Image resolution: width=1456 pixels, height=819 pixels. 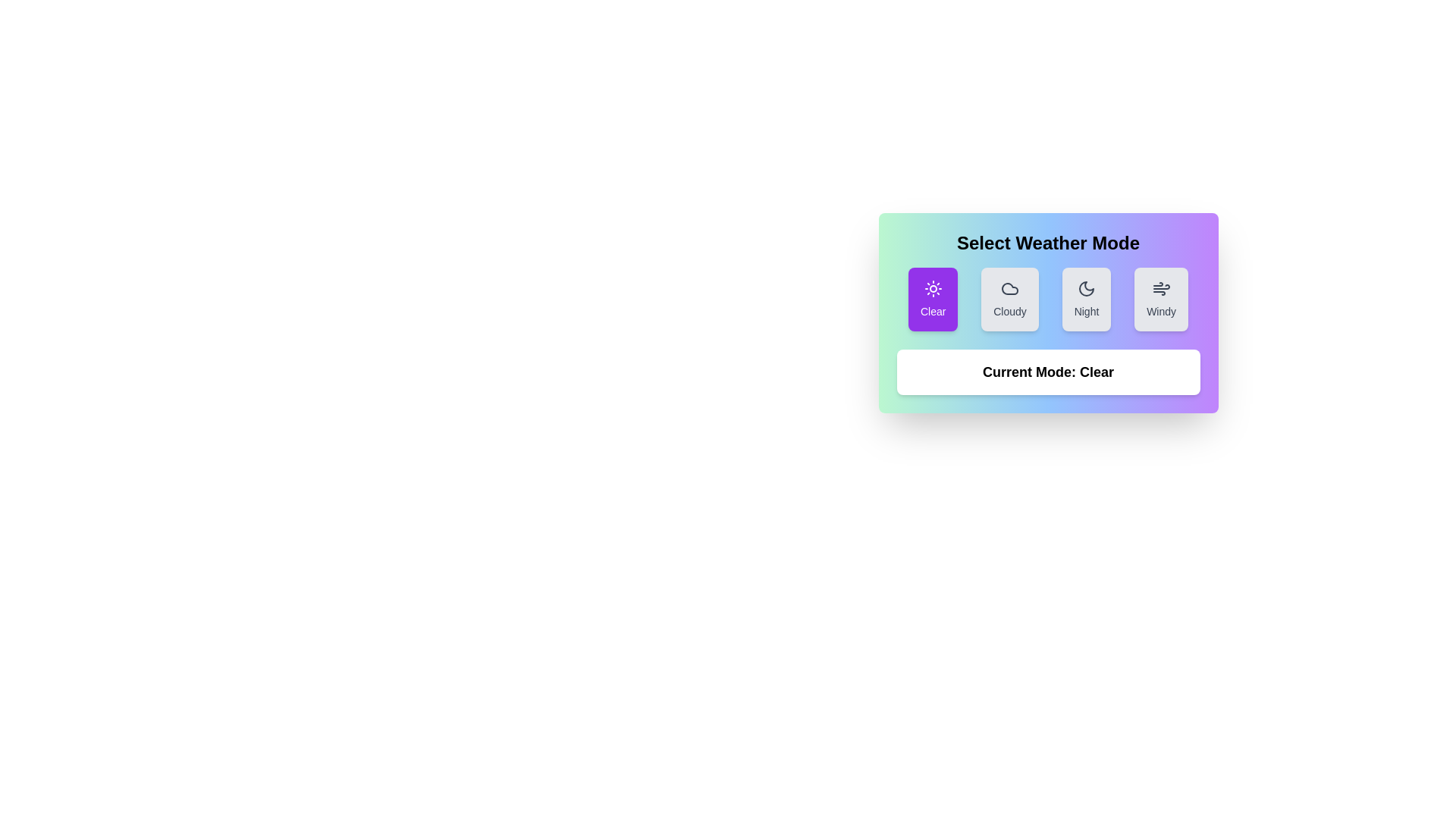 What do you see at coordinates (1009, 299) in the screenshot?
I see `the 'Cloudy' mode button in the weather selection interface to set the weather mode to Cloudy` at bounding box center [1009, 299].